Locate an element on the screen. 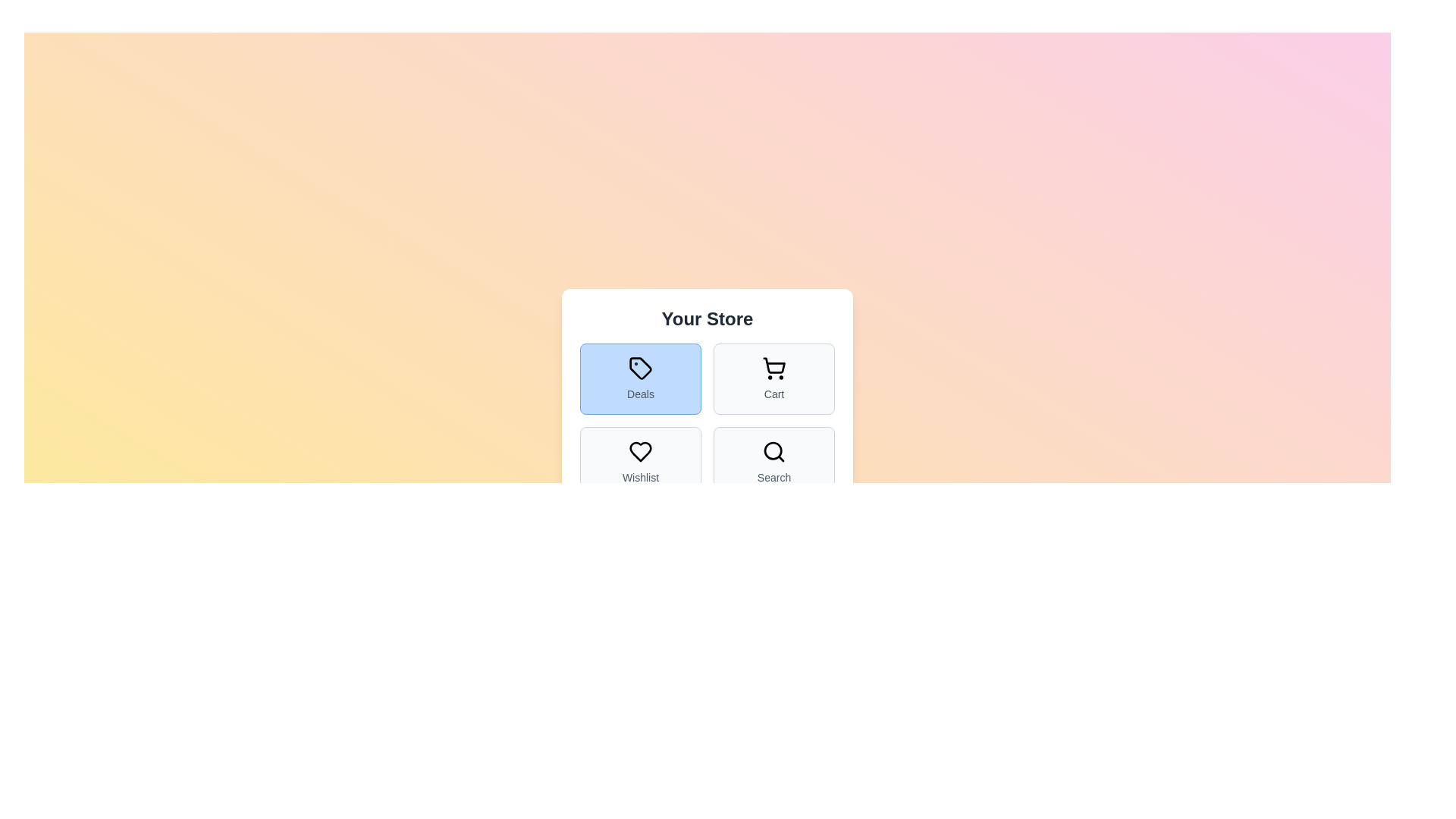 The height and width of the screenshot is (819, 1456). the tab corresponding to Deals to select it is located at coordinates (640, 378).